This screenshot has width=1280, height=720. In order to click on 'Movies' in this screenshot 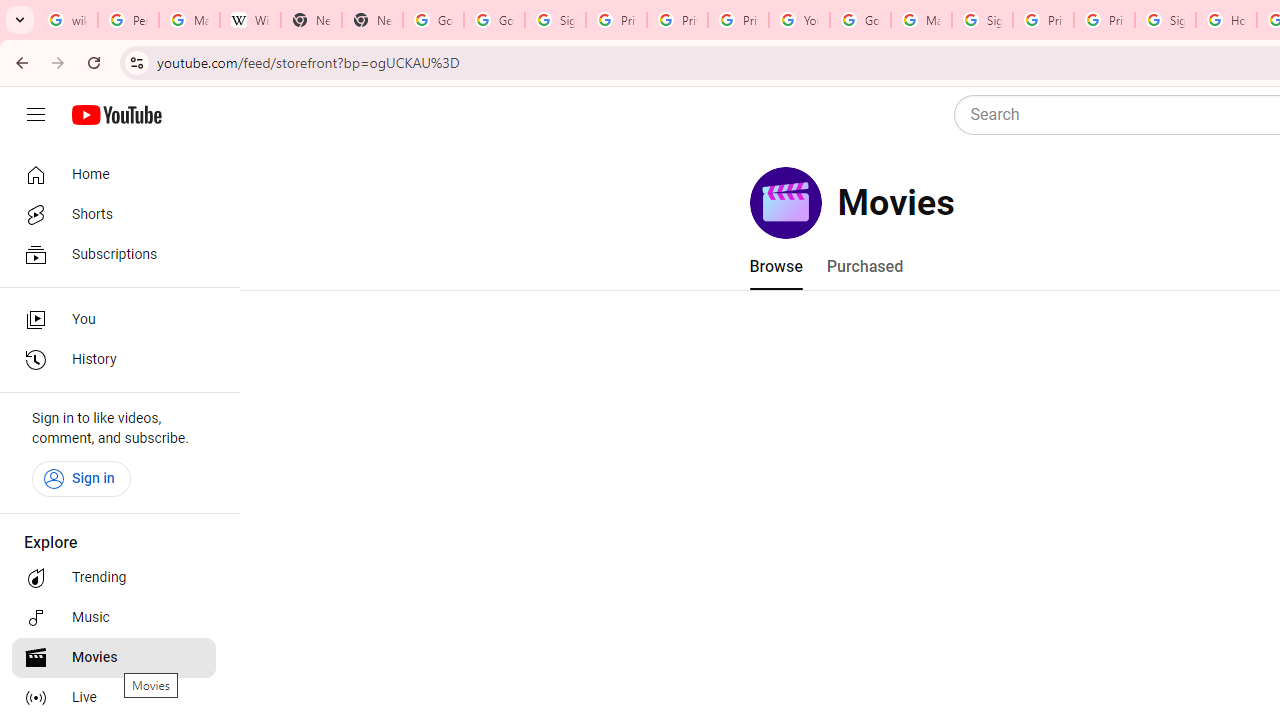, I will do `click(112, 658)`.